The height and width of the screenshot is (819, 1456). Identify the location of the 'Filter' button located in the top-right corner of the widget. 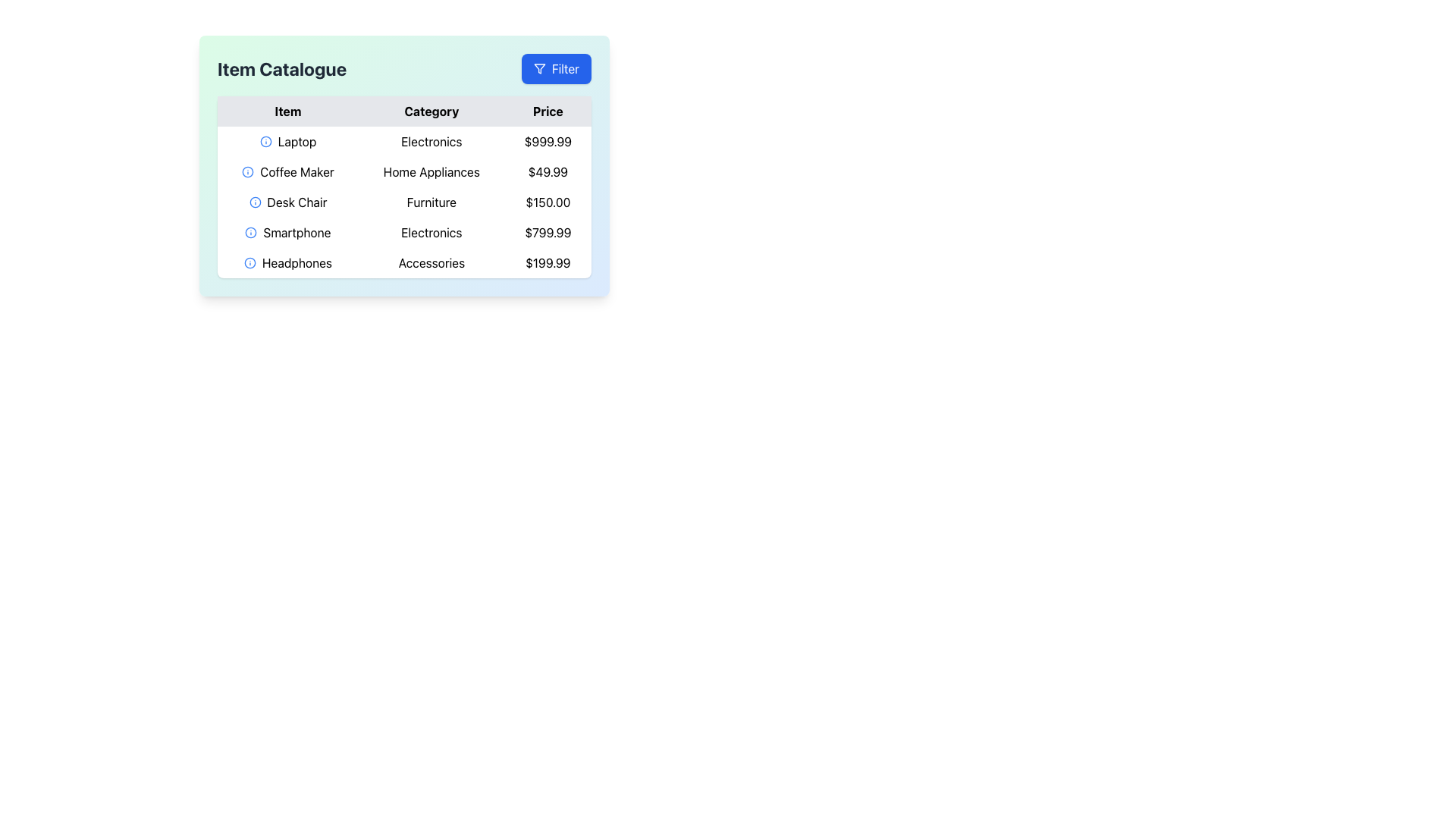
(539, 69).